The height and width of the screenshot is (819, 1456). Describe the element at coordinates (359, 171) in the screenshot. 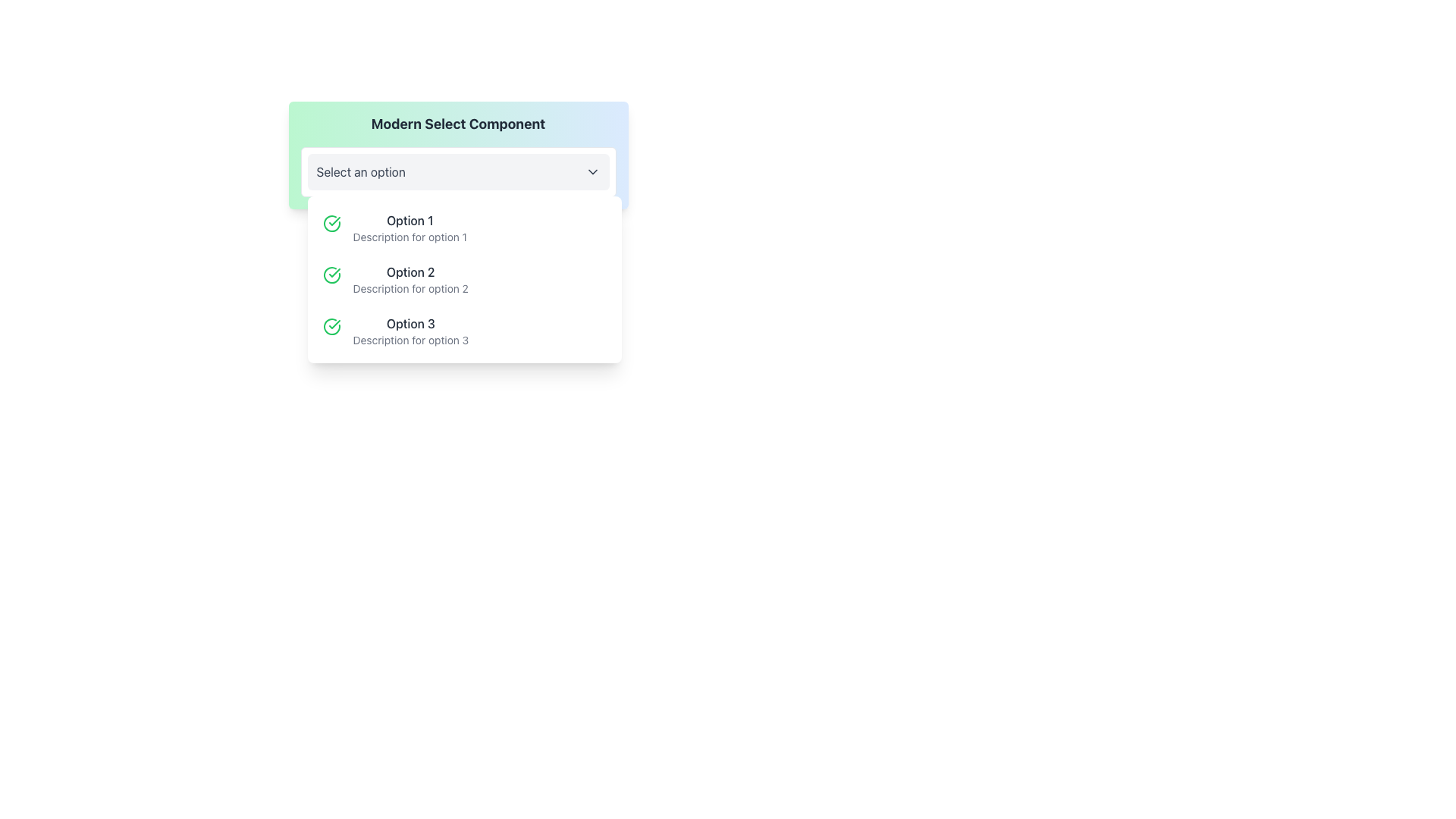

I see `the dropdown text label located in the header of the dropdown component` at that location.